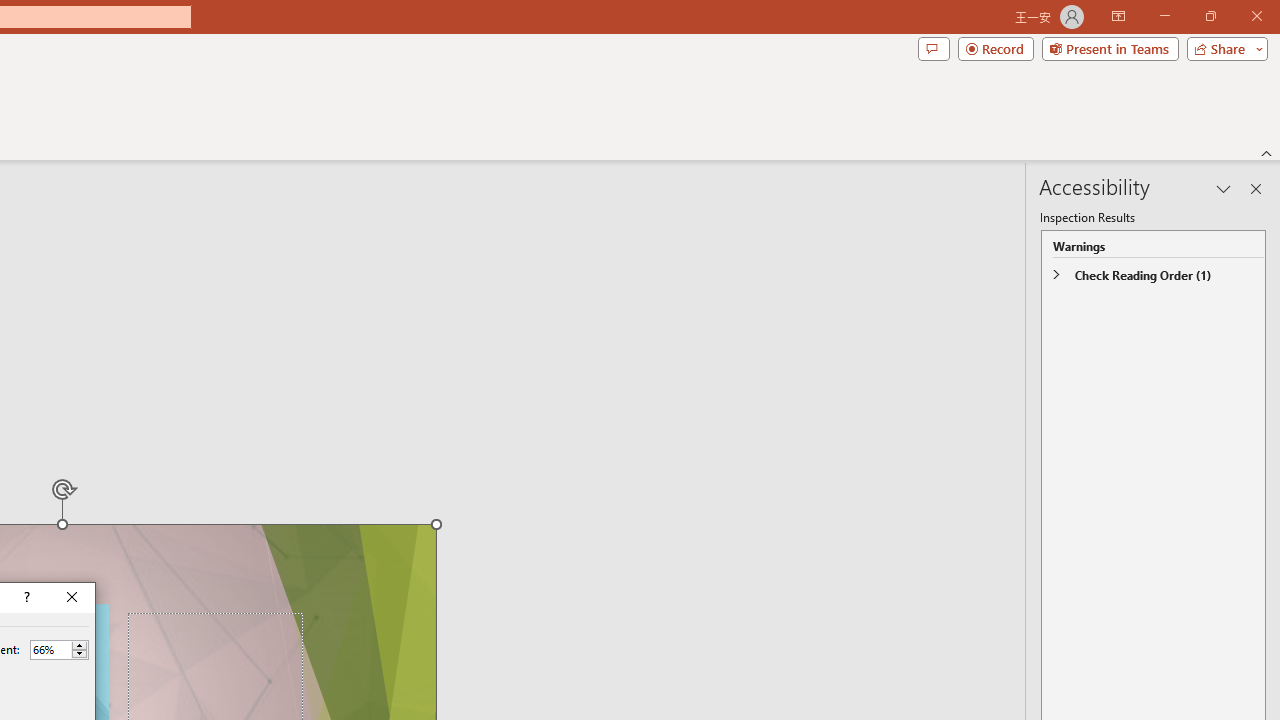 This screenshot has height=720, width=1280. I want to click on 'Less', so click(79, 654).